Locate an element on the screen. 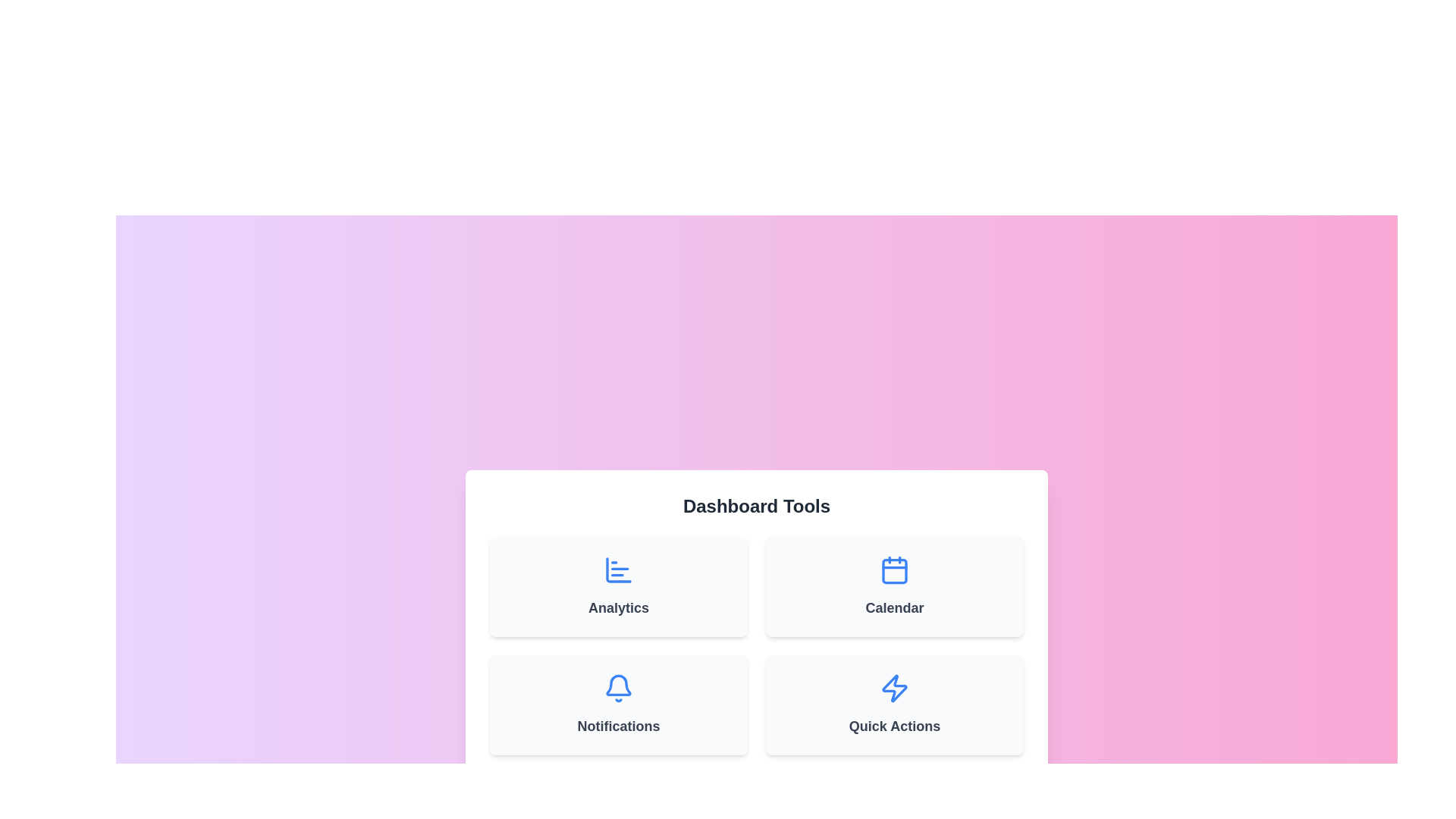 Image resolution: width=1456 pixels, height=819 pixels. the fourth Clickable Card UI component located in the bottom-right part of the grid layout is located at coordinates (895, 704).